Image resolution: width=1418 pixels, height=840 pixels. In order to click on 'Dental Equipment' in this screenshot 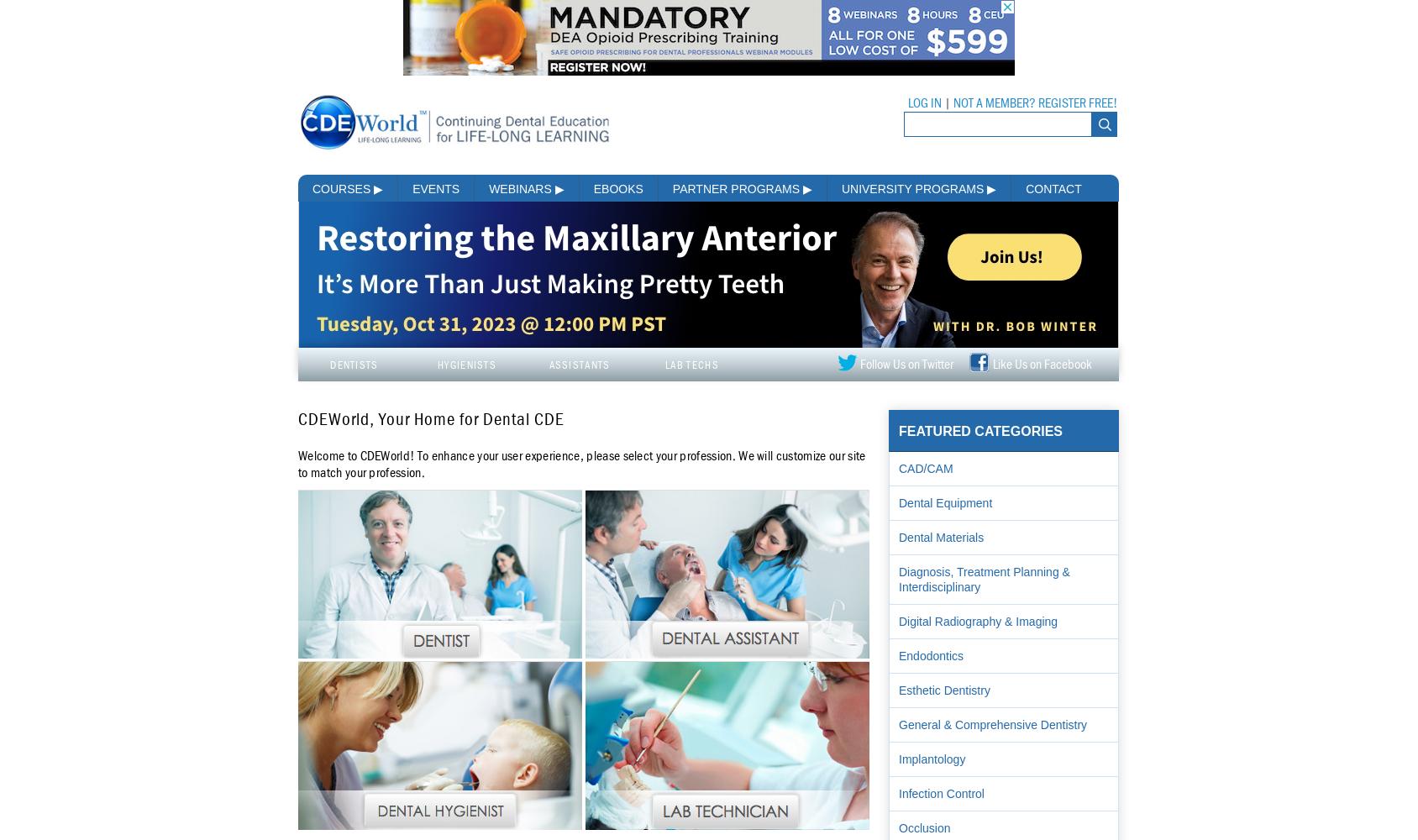, I will do `click(898, 501)`.